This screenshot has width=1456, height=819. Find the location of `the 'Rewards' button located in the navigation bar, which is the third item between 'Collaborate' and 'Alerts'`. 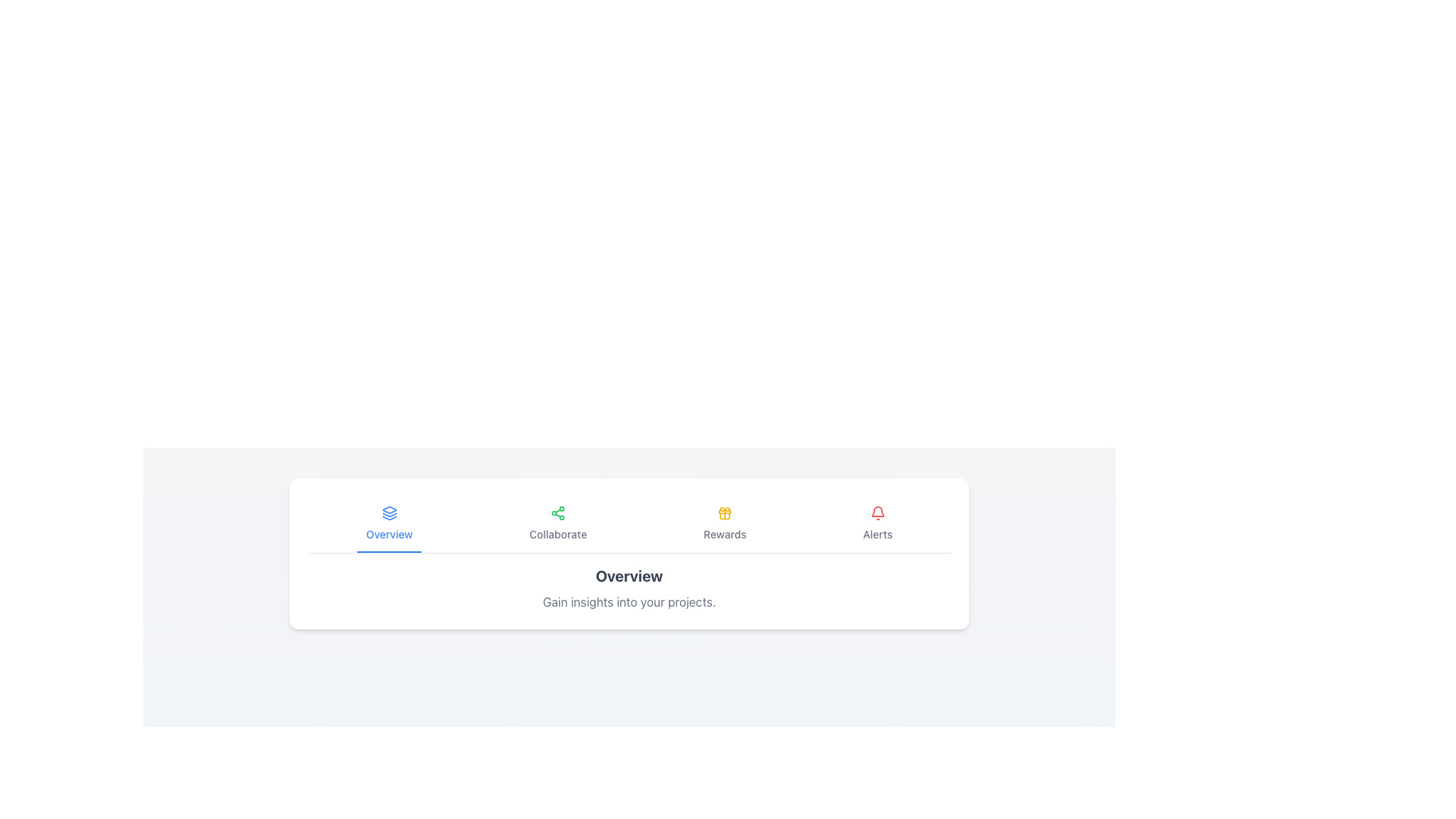

the 'Rewards' button located in the navigation bar, which is the third item between 'Collaborate' and 'Alerts' is located at coordinates (723, 523).